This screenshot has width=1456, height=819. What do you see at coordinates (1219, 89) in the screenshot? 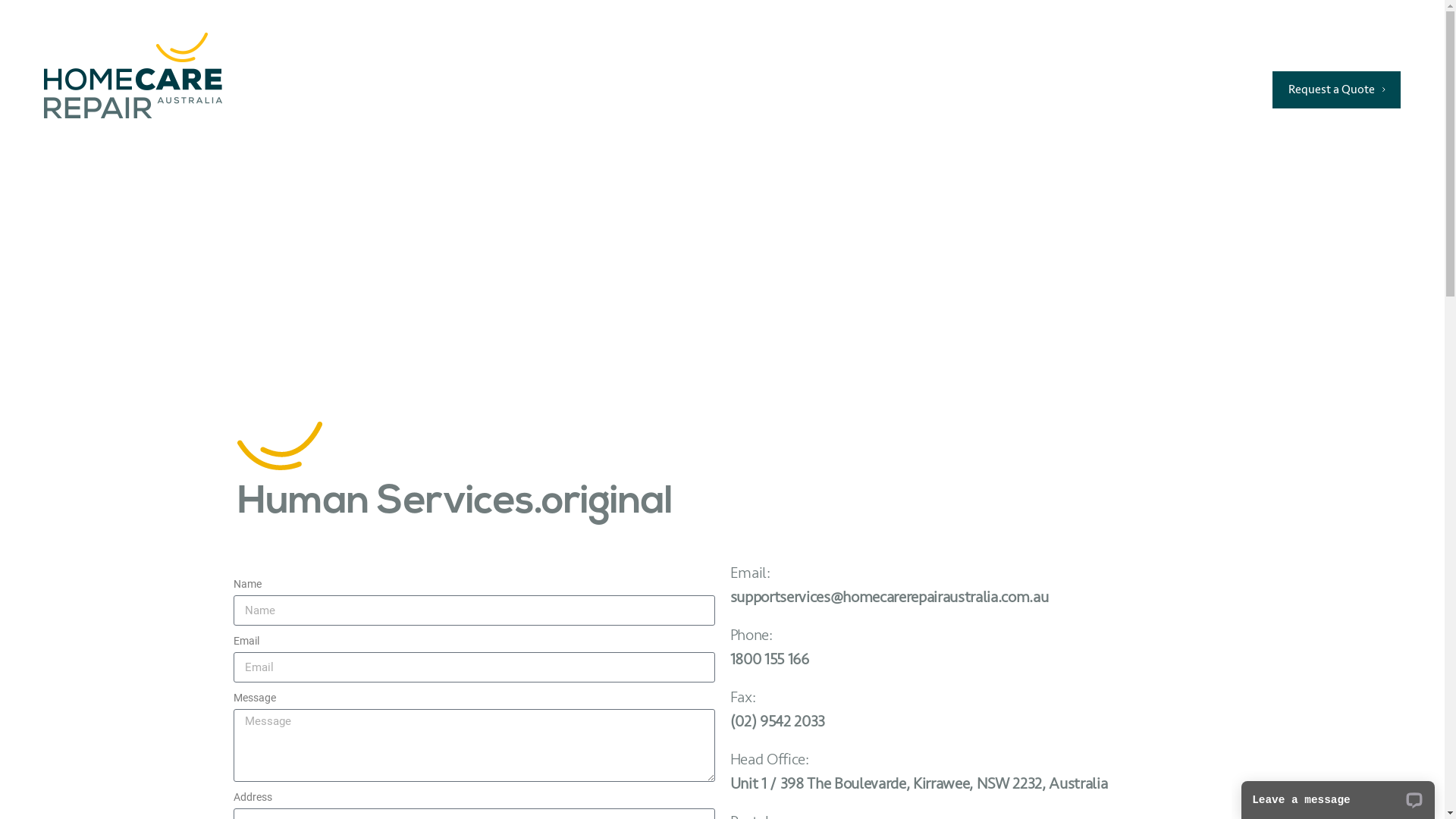
I see `'Log In'` at bounding box center [1219, 89].